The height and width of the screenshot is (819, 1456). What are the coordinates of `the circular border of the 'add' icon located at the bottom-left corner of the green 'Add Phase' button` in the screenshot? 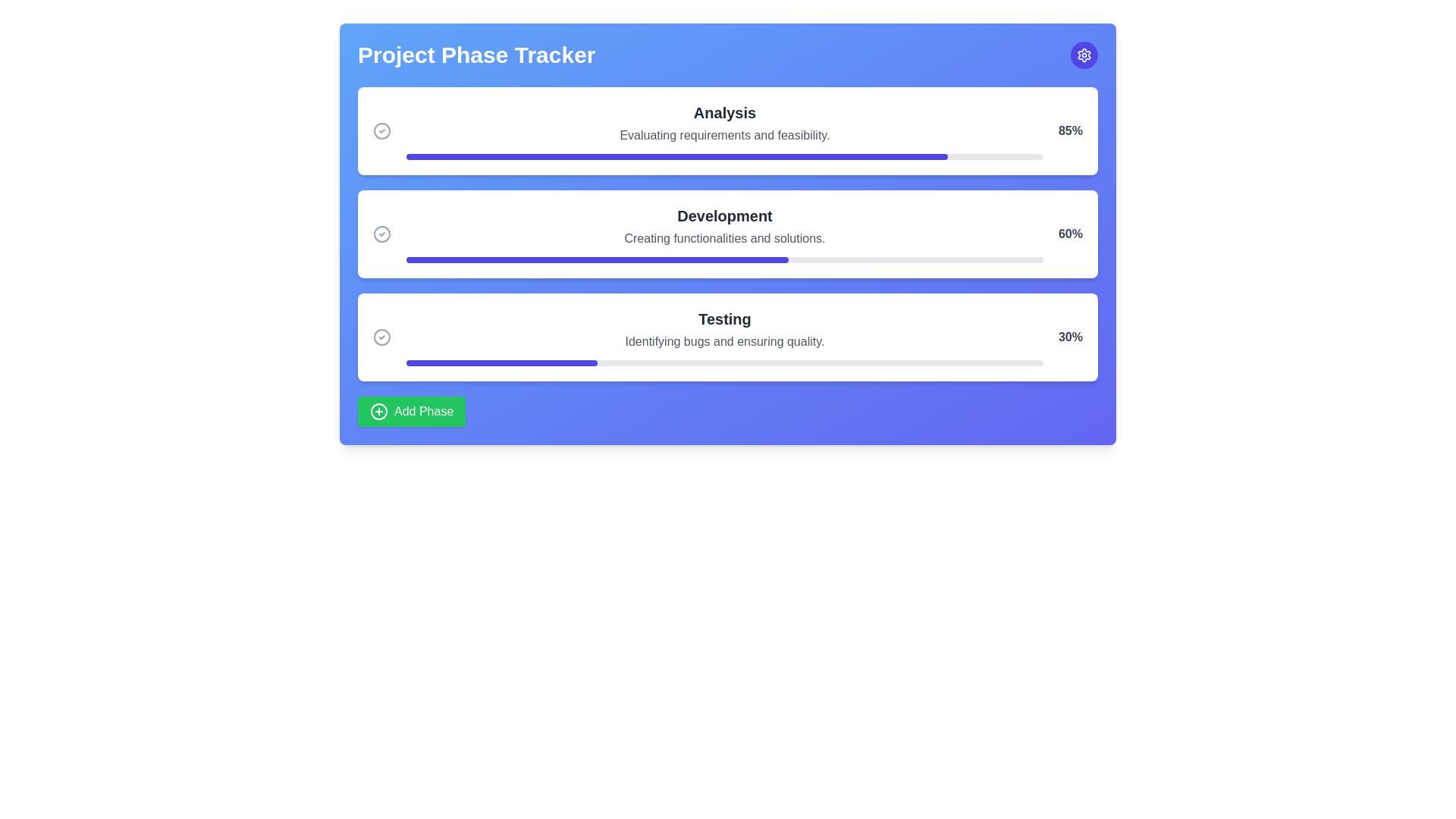 It's located at (378, 412).